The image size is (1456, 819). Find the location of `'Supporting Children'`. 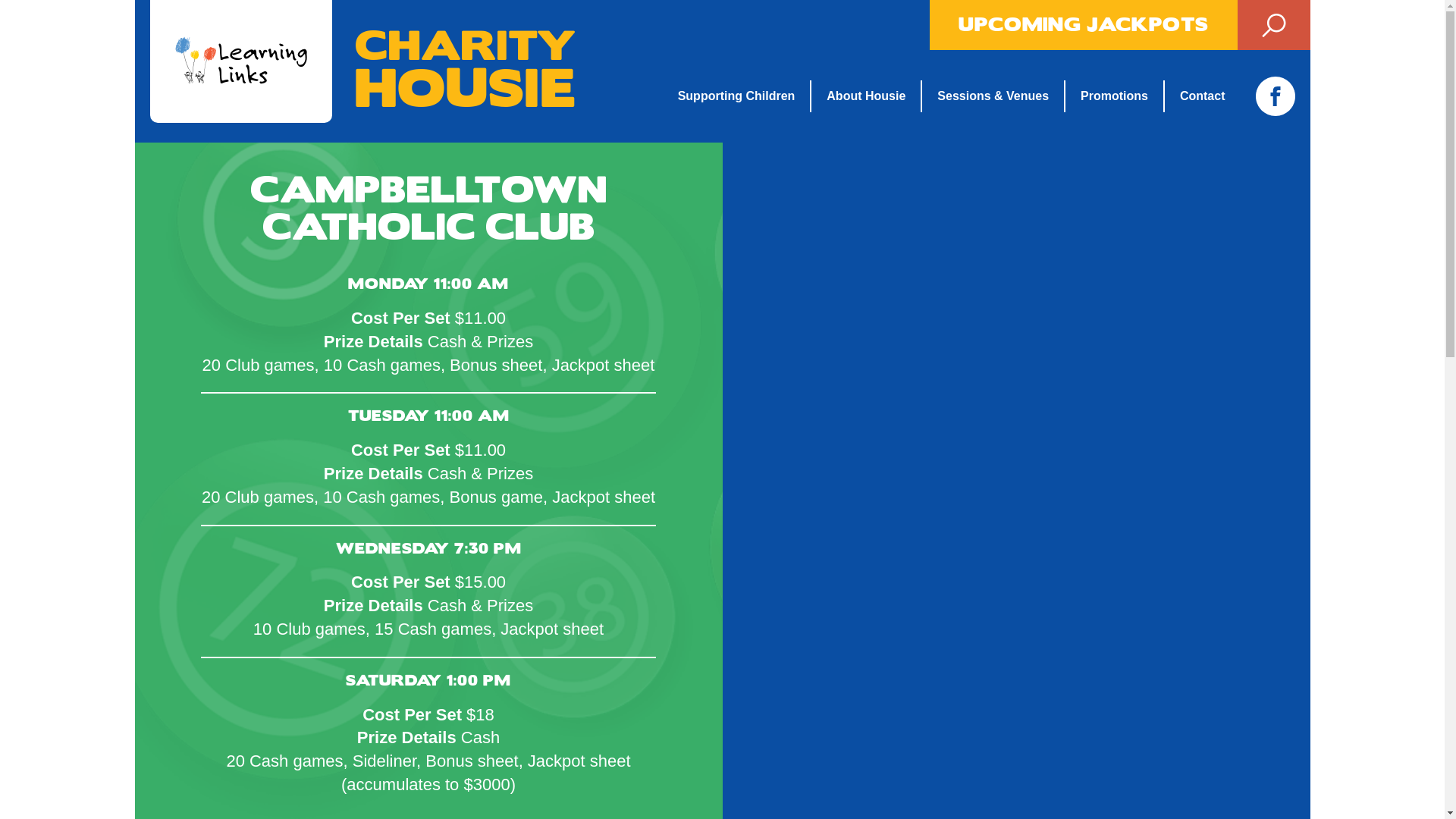

'Supporting Children' is located at coordinates (744, 96).